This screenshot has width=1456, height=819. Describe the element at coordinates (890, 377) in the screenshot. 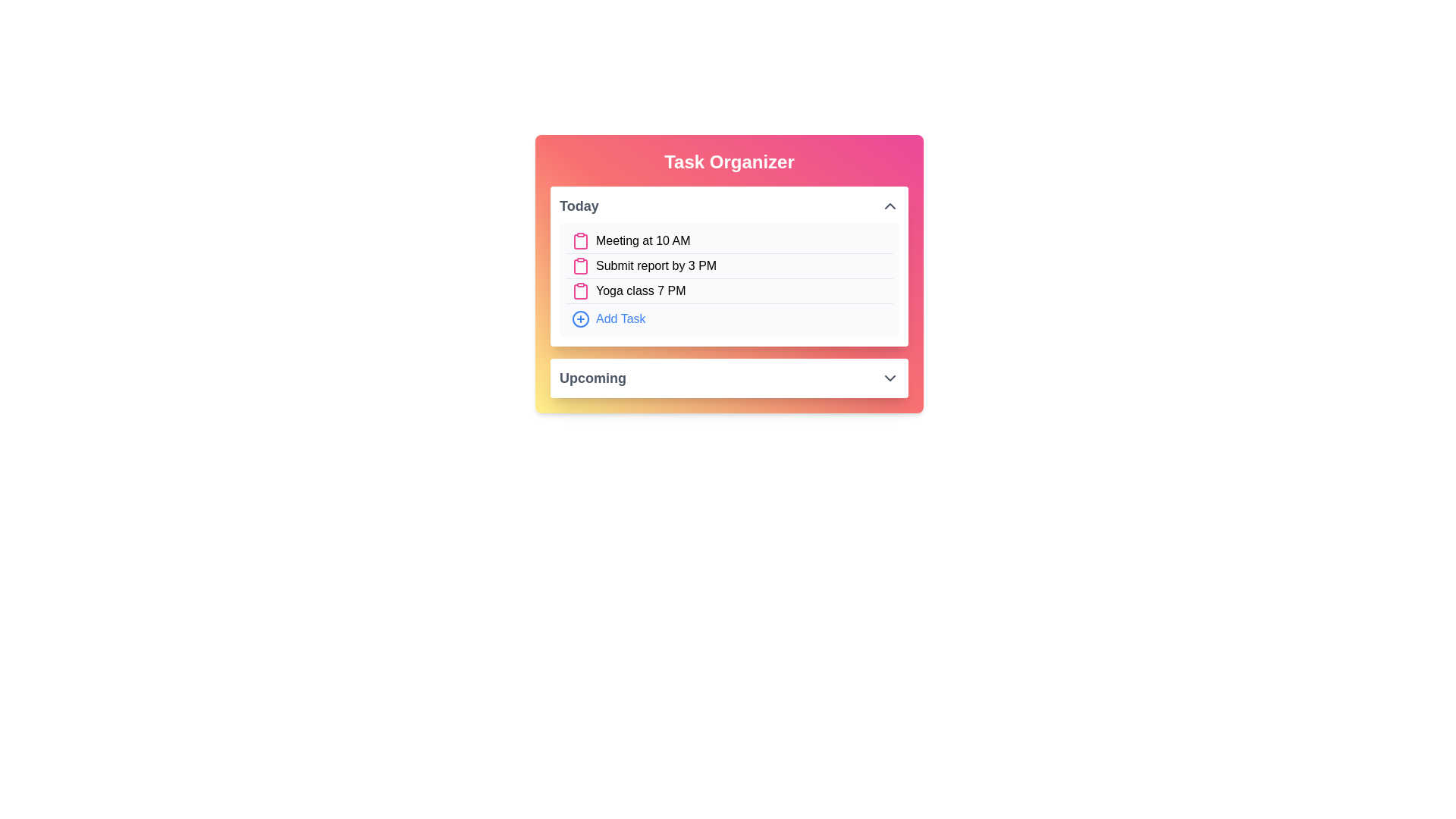

I see `the downward-facing chevron icon located on the far right side of the 'Upcoming' section` at that location.